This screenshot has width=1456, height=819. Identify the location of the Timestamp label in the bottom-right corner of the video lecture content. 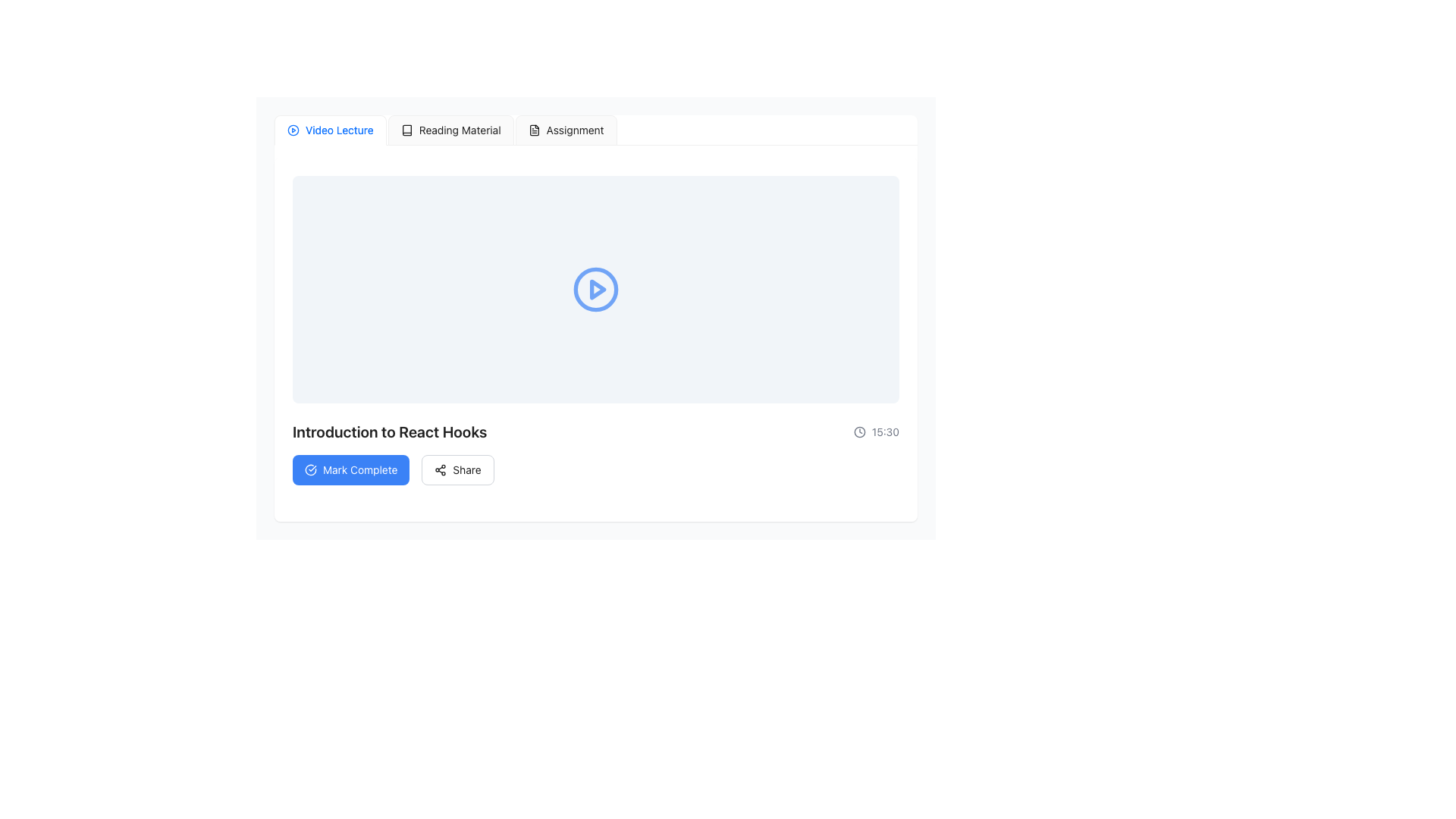
(885, 432).